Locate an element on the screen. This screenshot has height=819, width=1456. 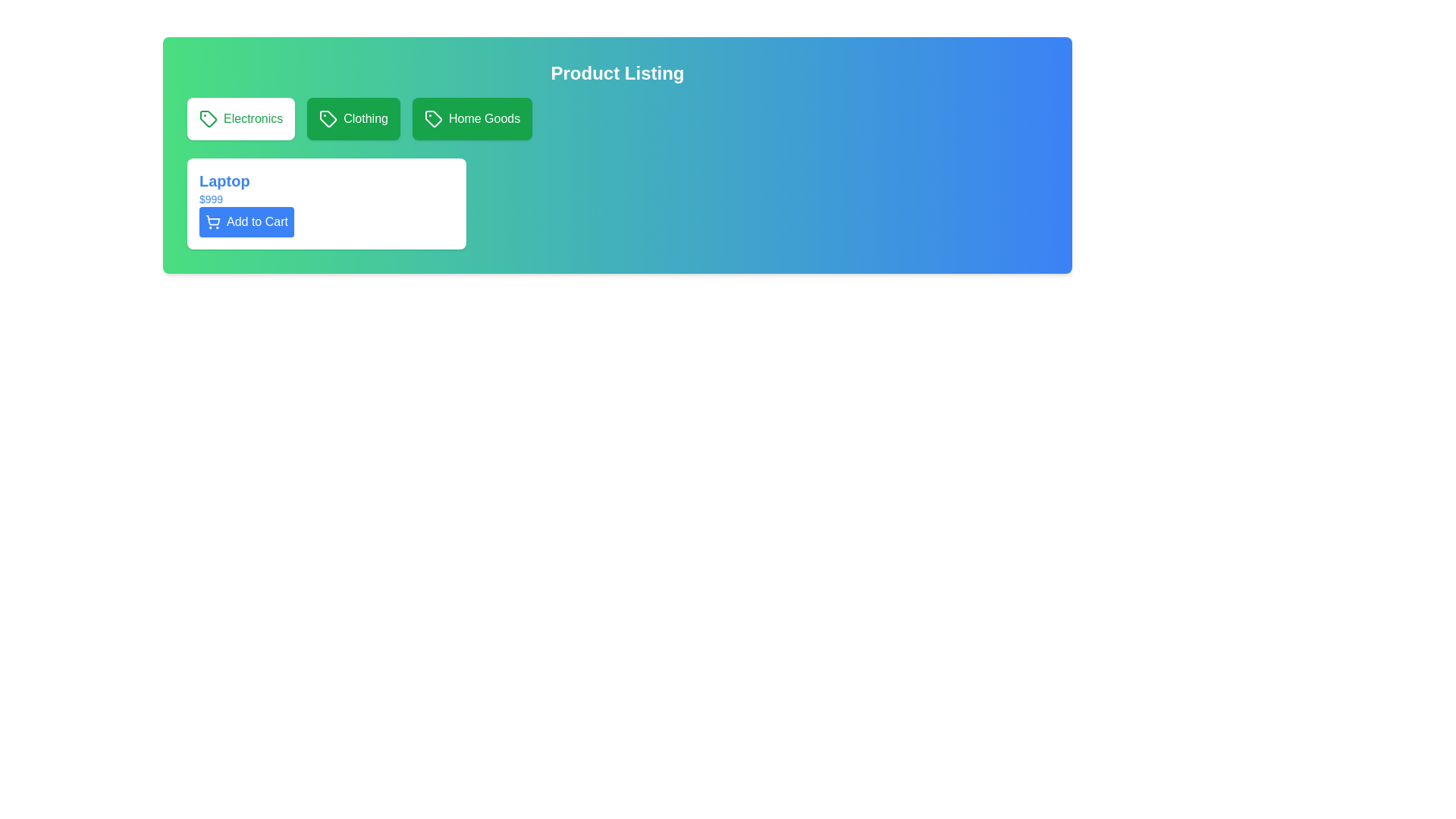
the button labeled 'Electronics', which is styled with a rounded rectangular shape, a light background, and green text is located at coordinates (240, 118).